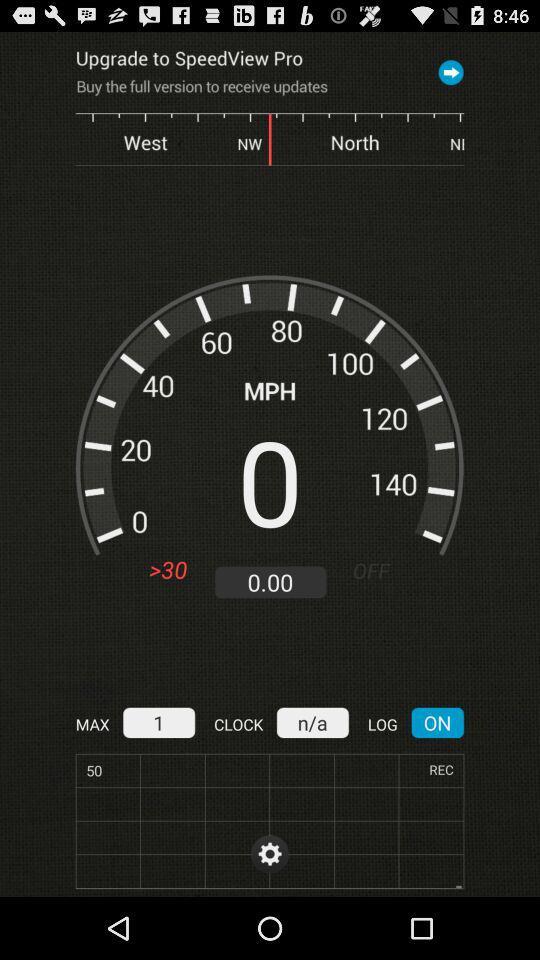 This screenshot has height=960, width=540. Describe the element at coordinates (270, 582) in the screenshot. I see `item next to off` at that location.